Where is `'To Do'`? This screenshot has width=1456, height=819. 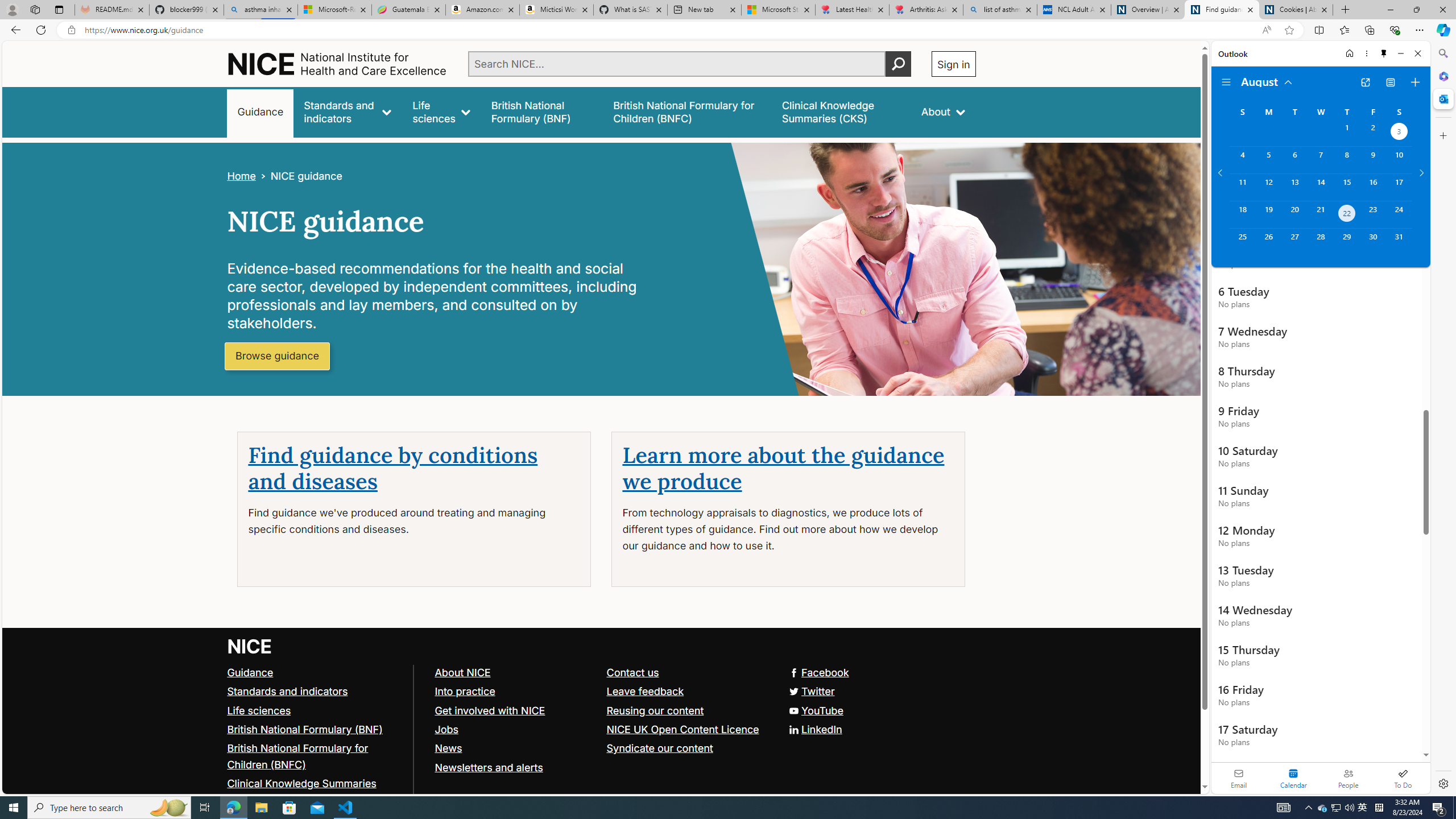
'To Do' is located at coordinates (1403, 777).